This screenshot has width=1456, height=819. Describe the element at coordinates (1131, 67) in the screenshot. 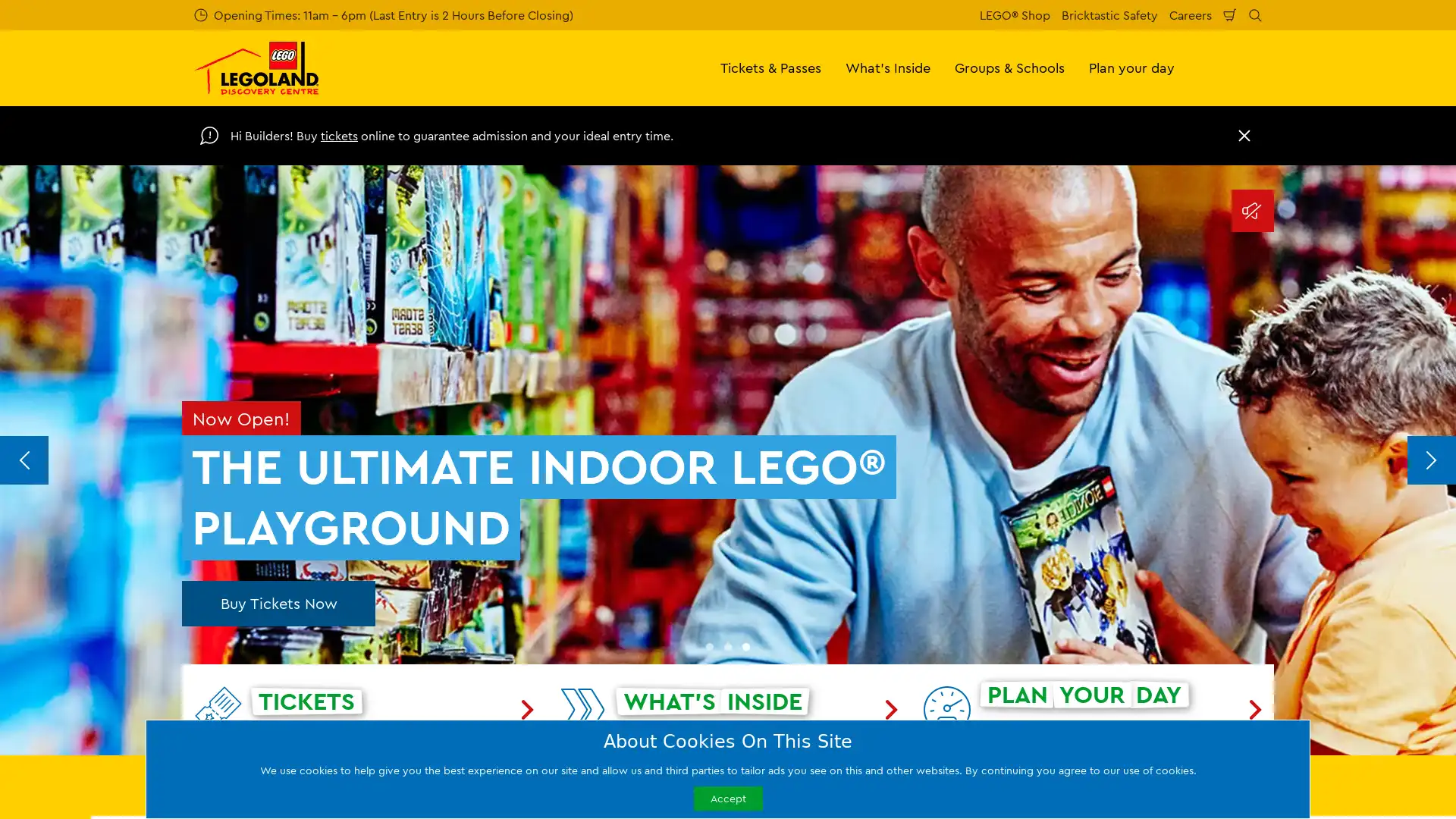

I see `Plan your day` at that location.